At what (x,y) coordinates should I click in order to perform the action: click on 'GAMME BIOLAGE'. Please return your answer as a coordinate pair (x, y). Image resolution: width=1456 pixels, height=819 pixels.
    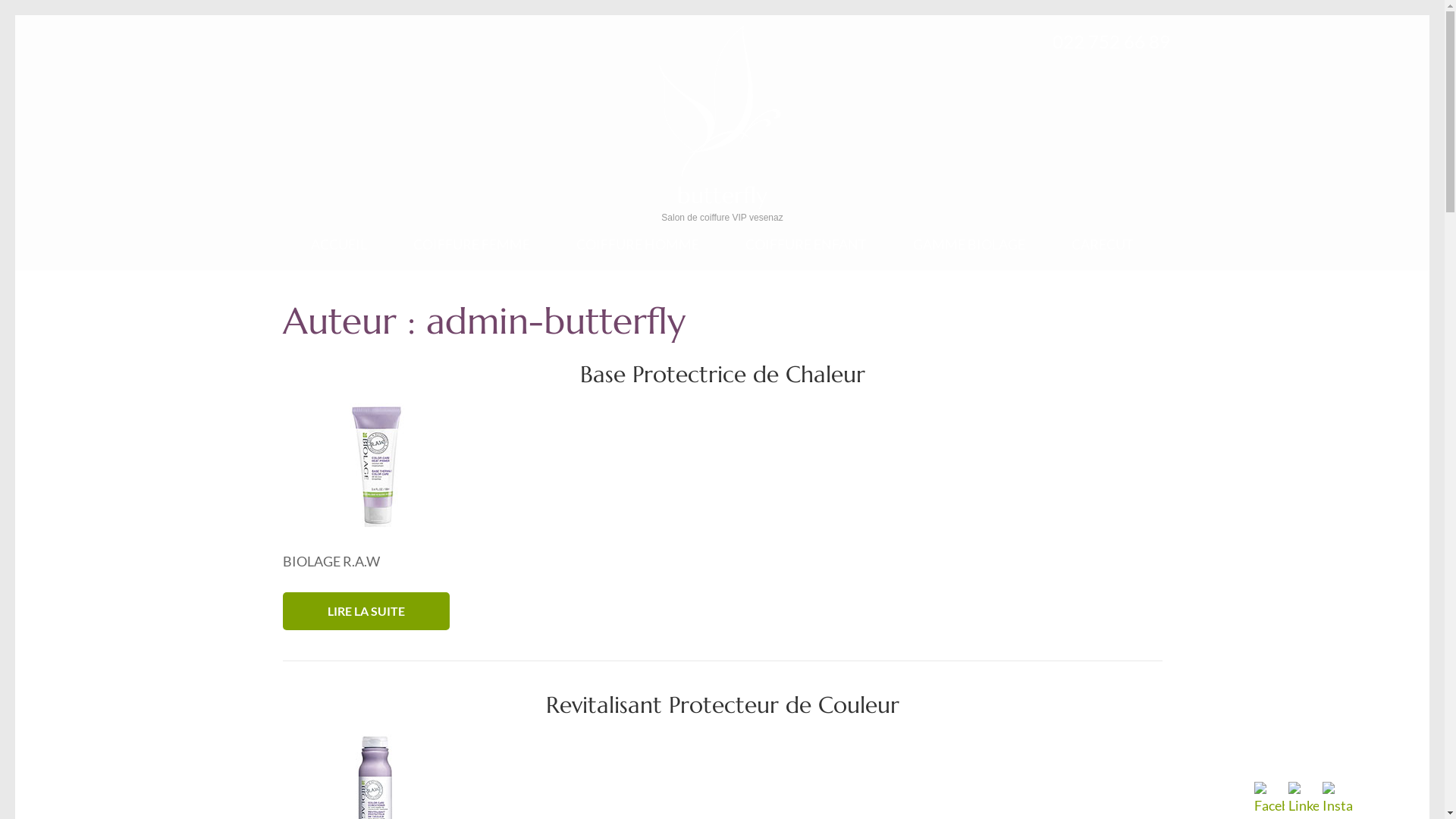
    Looking at the image, I should click on (912, 253).